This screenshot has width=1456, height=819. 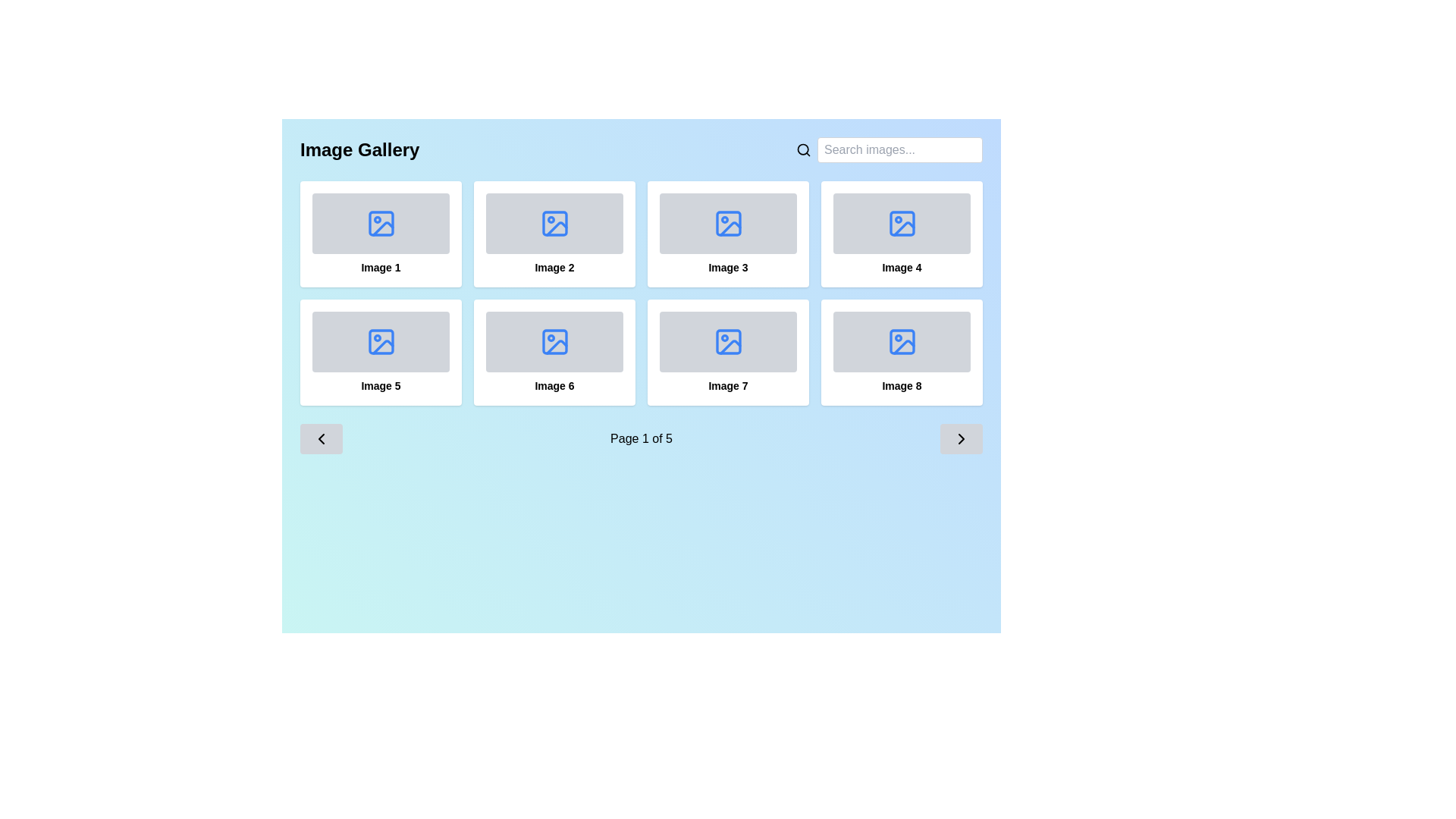 What do you see at coordinates (728, 223) in the screenshot?
I see `the image placeholder icon located in the third column of the first row of a 4x2 grid layout, which has a rounded background and centered alignment` at bounding box center [728, 223].